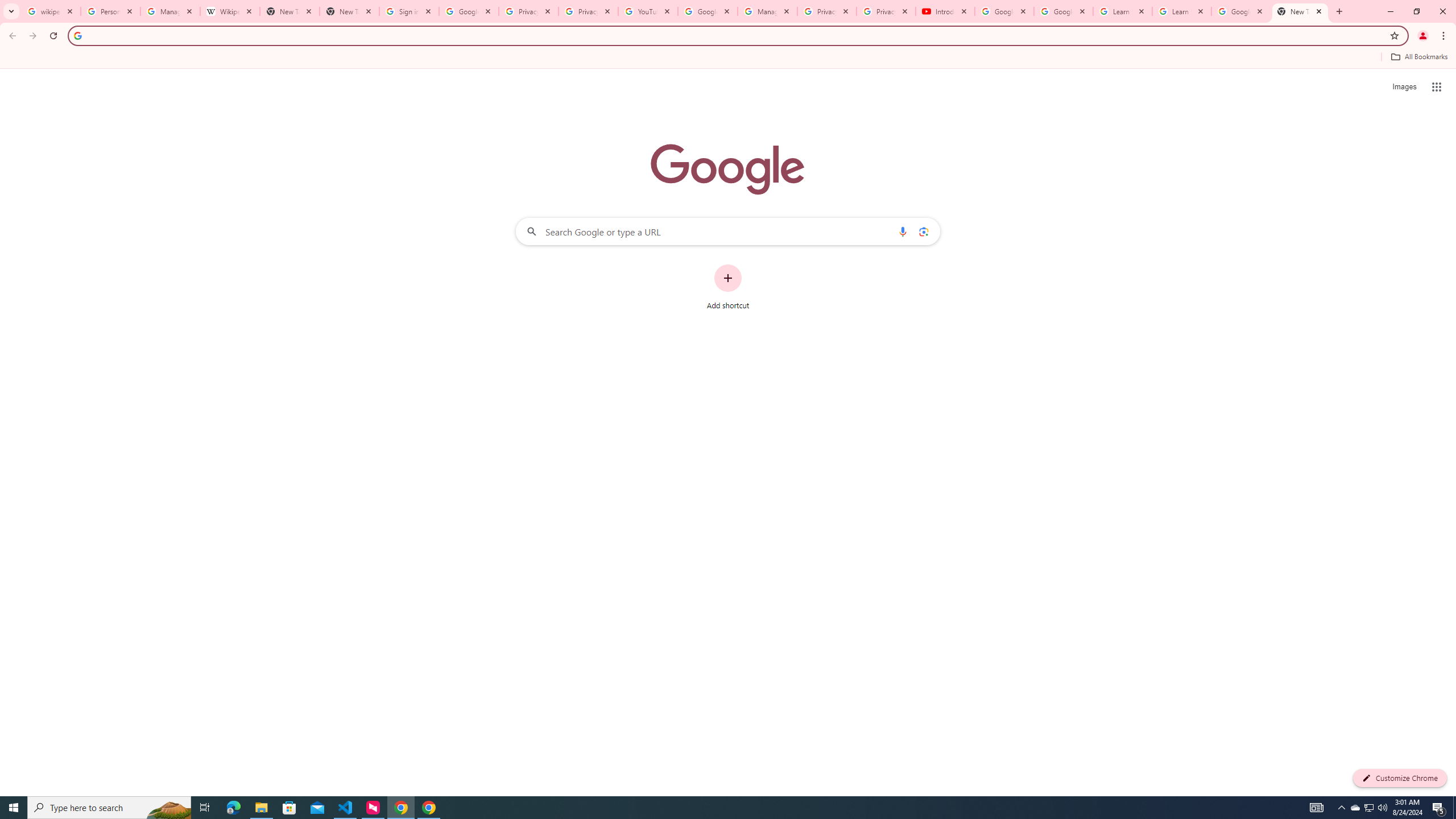 The width and height of the screenshot is (1456, 819). Describe the element at coordinates (408, 11) in the screenshot. I see `'Sign in - Google Accounts'` at that location.